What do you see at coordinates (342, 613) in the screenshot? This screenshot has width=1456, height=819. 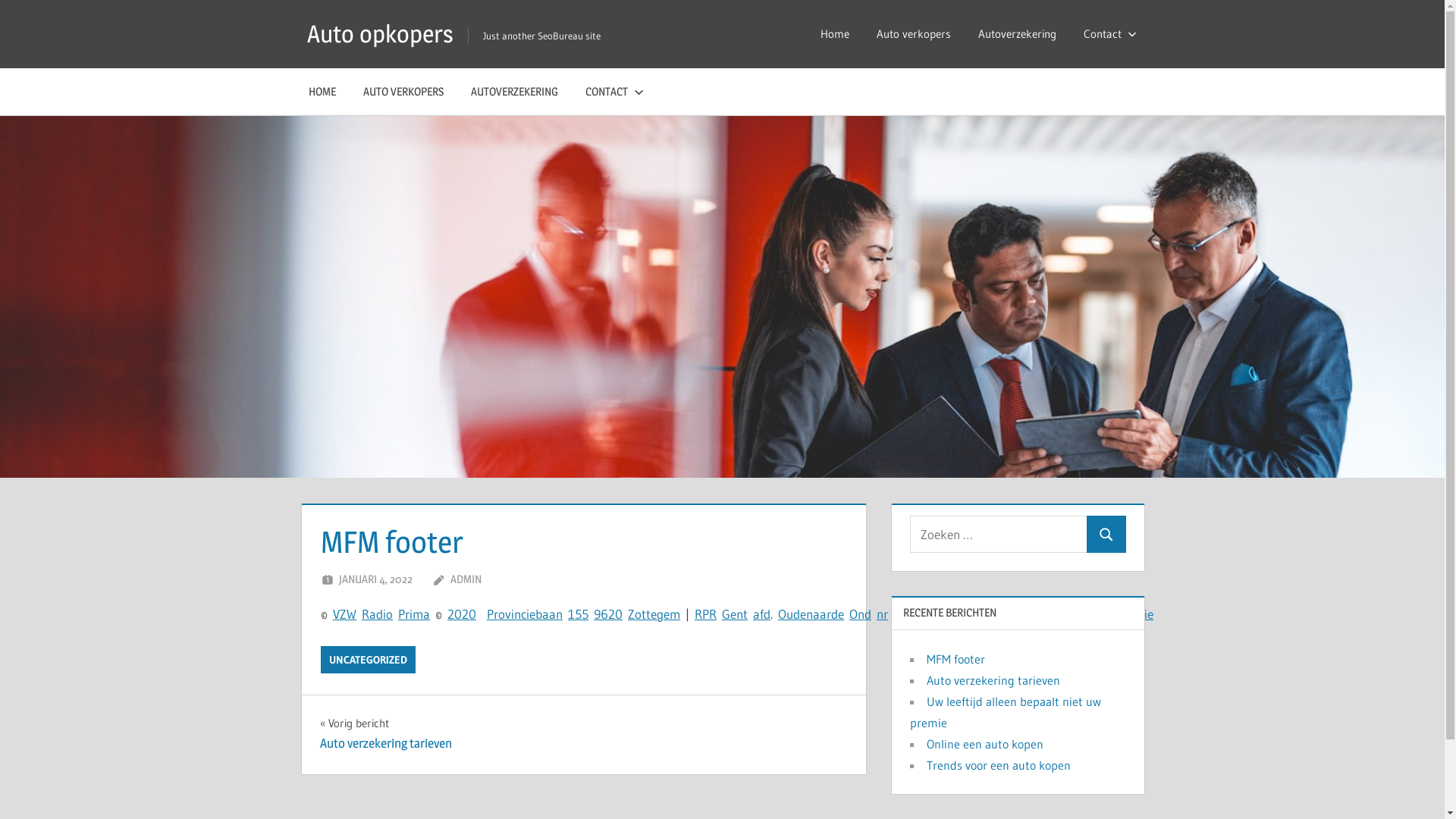 I see `'Z'` at bounding box center [342, 613].